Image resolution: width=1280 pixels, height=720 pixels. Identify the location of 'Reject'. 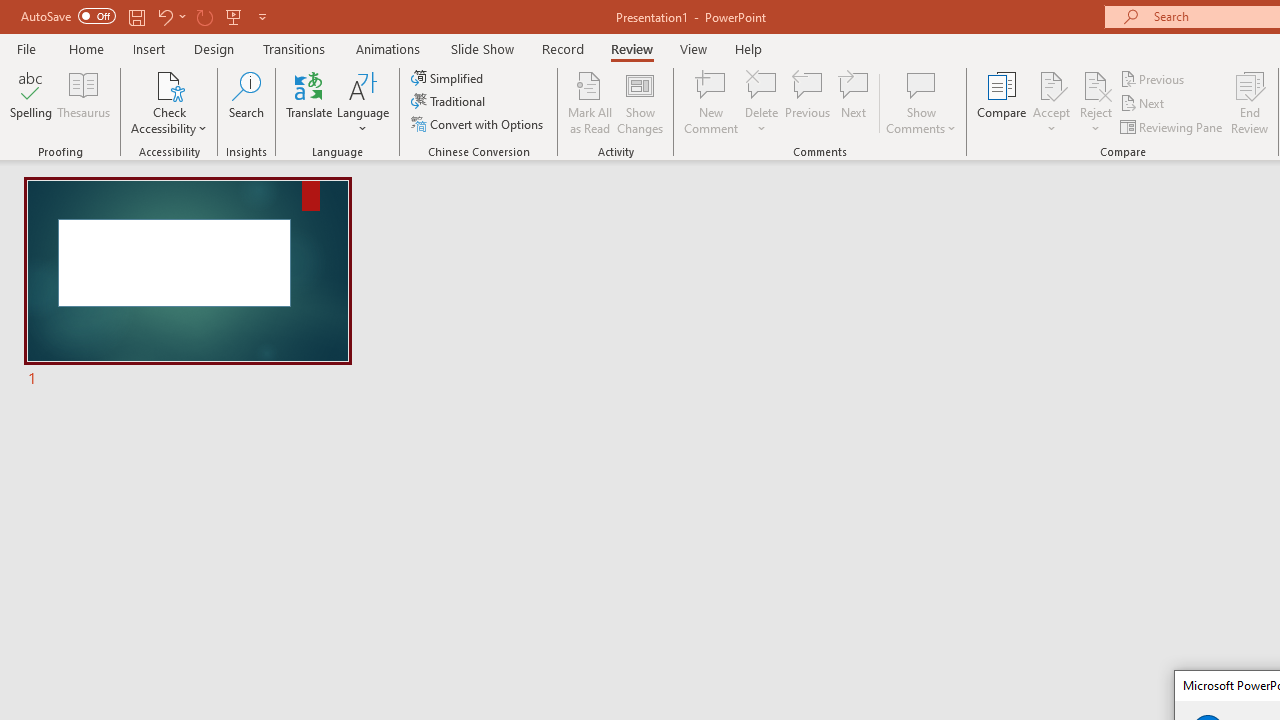
(1095, 103).